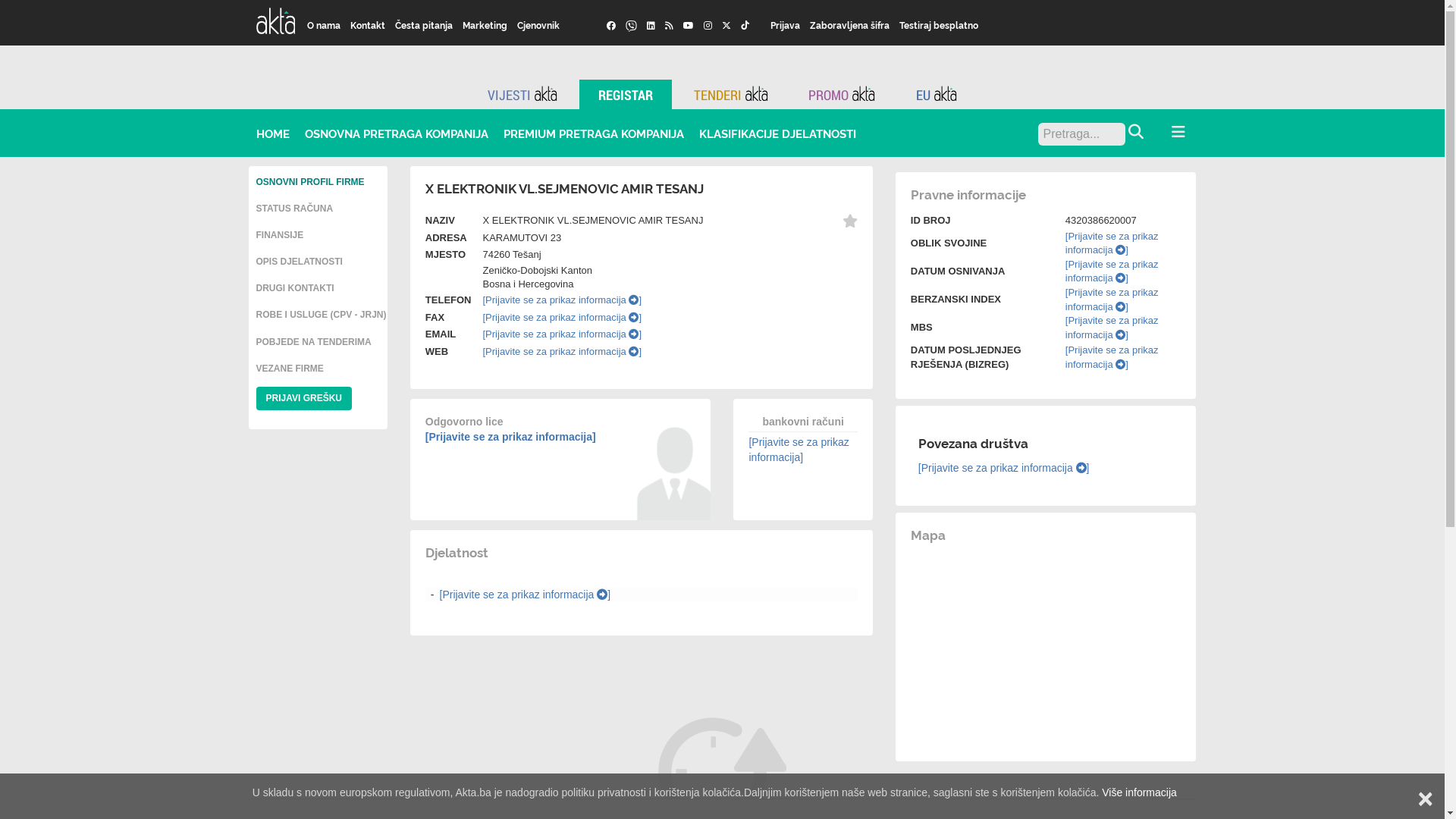 The height and width of the screenshot is (819, 1456). What do you see at coordinates (345, 25) in the screenshot?
I see `'Kontakt'` at bounding box center [345, 25].